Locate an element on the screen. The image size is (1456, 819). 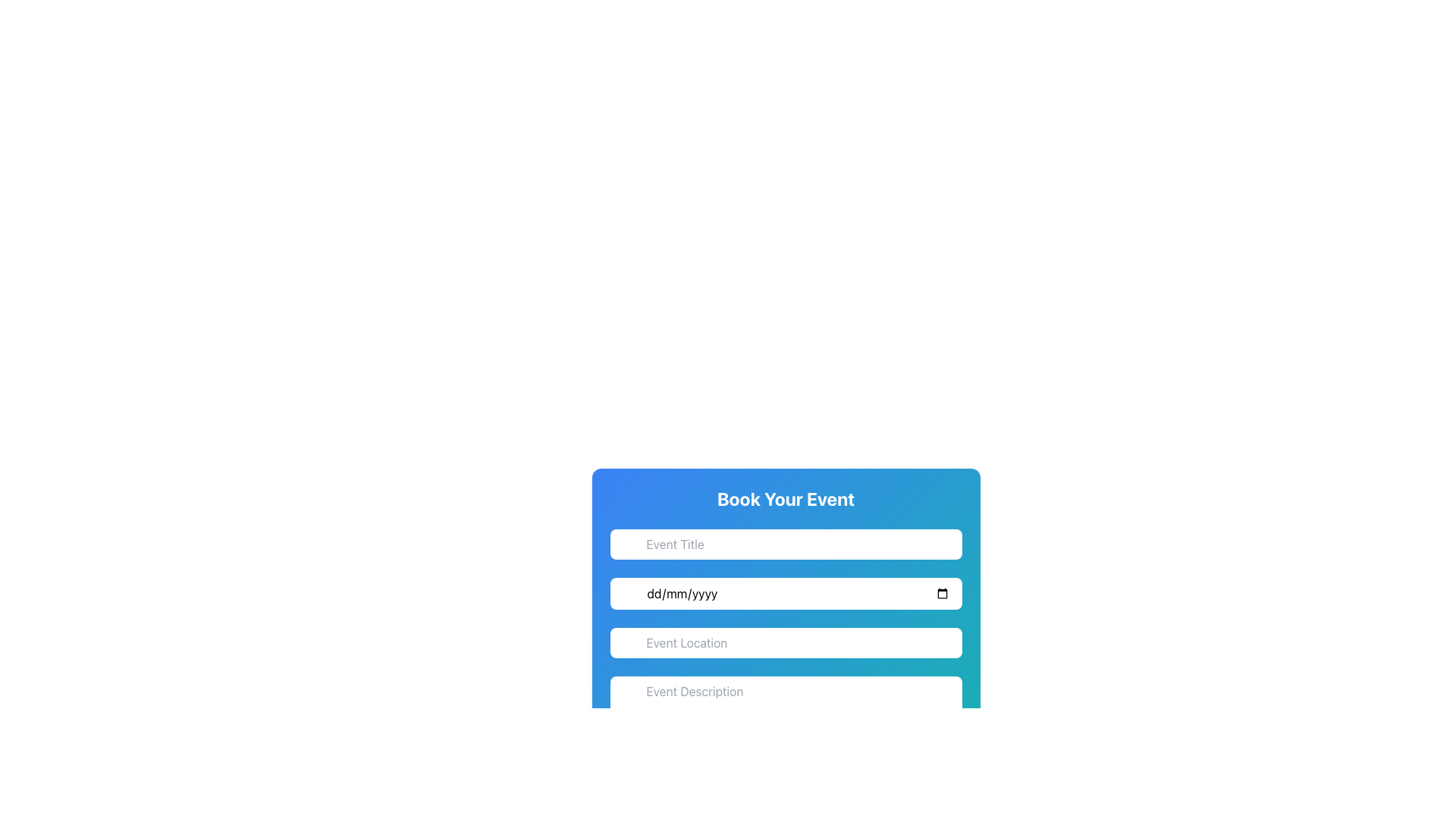
the calendar icon located to the left within the date input field under the title 'Book Your Event' for contextual understanding is located at coordinates (628, 595).